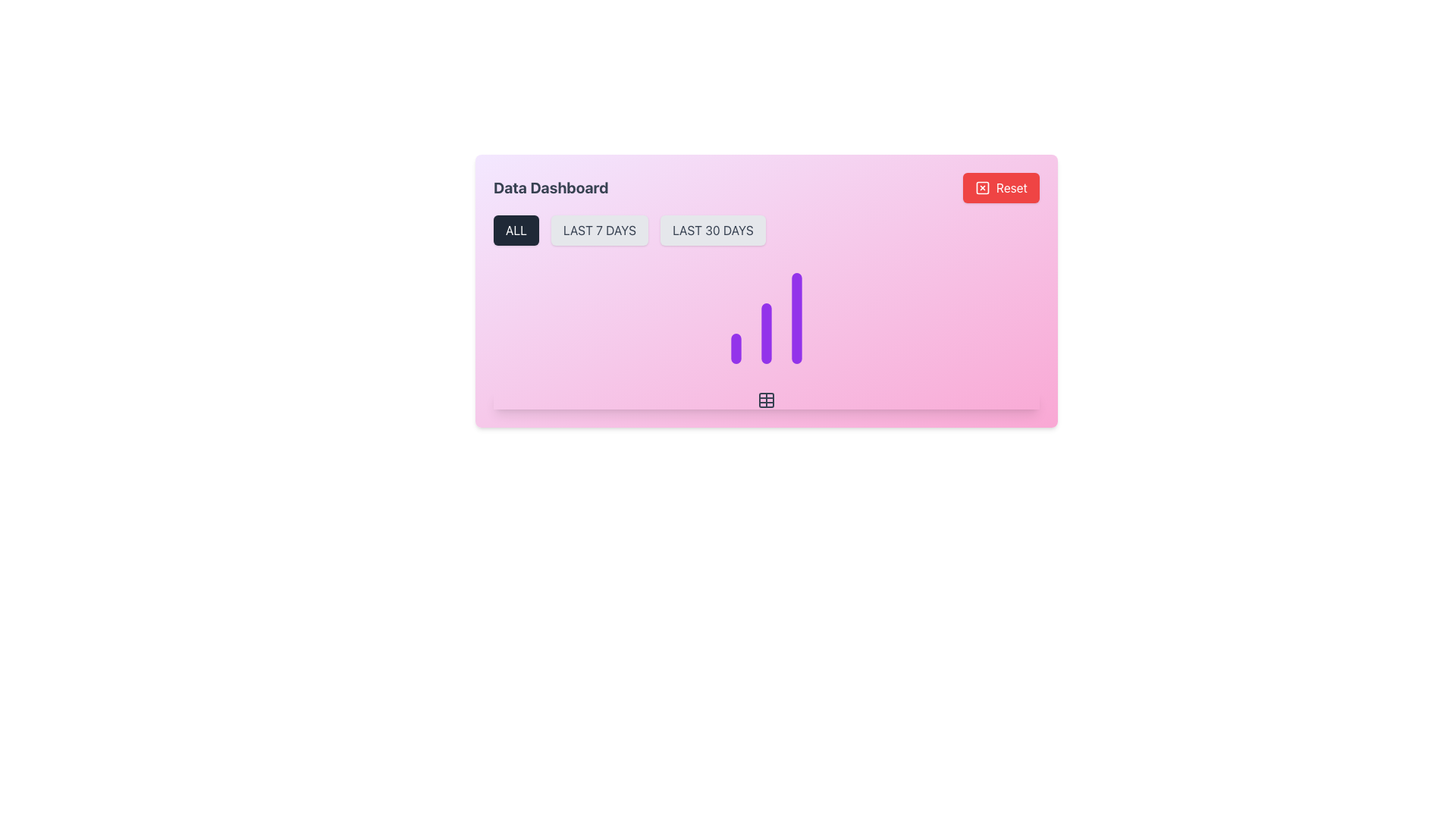 This screenshot has height=819, width=1456. I want to click on the filter button located below the 'Data Dashboard' header to filter data for the last 7 days, so click(599, 231).